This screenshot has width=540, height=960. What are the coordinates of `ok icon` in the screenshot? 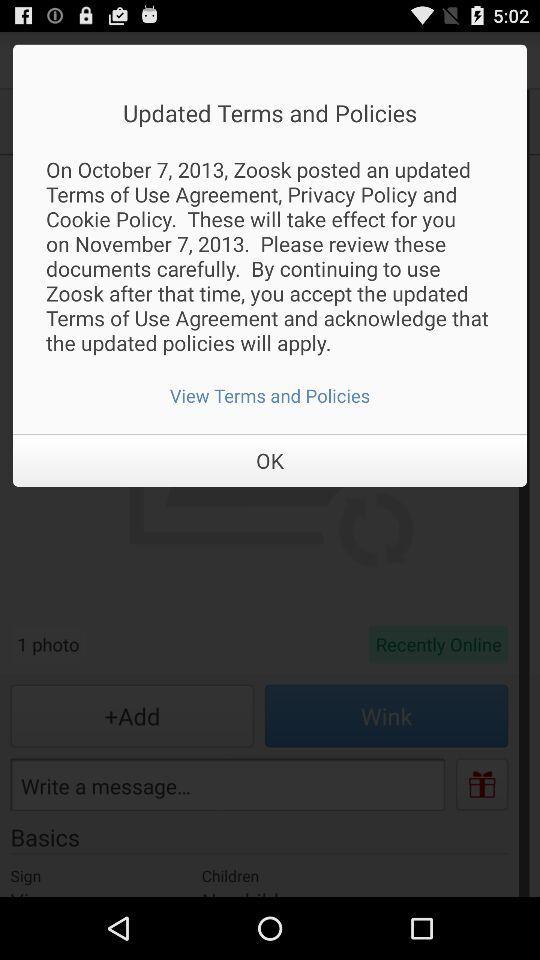 It's located at (270, 460).